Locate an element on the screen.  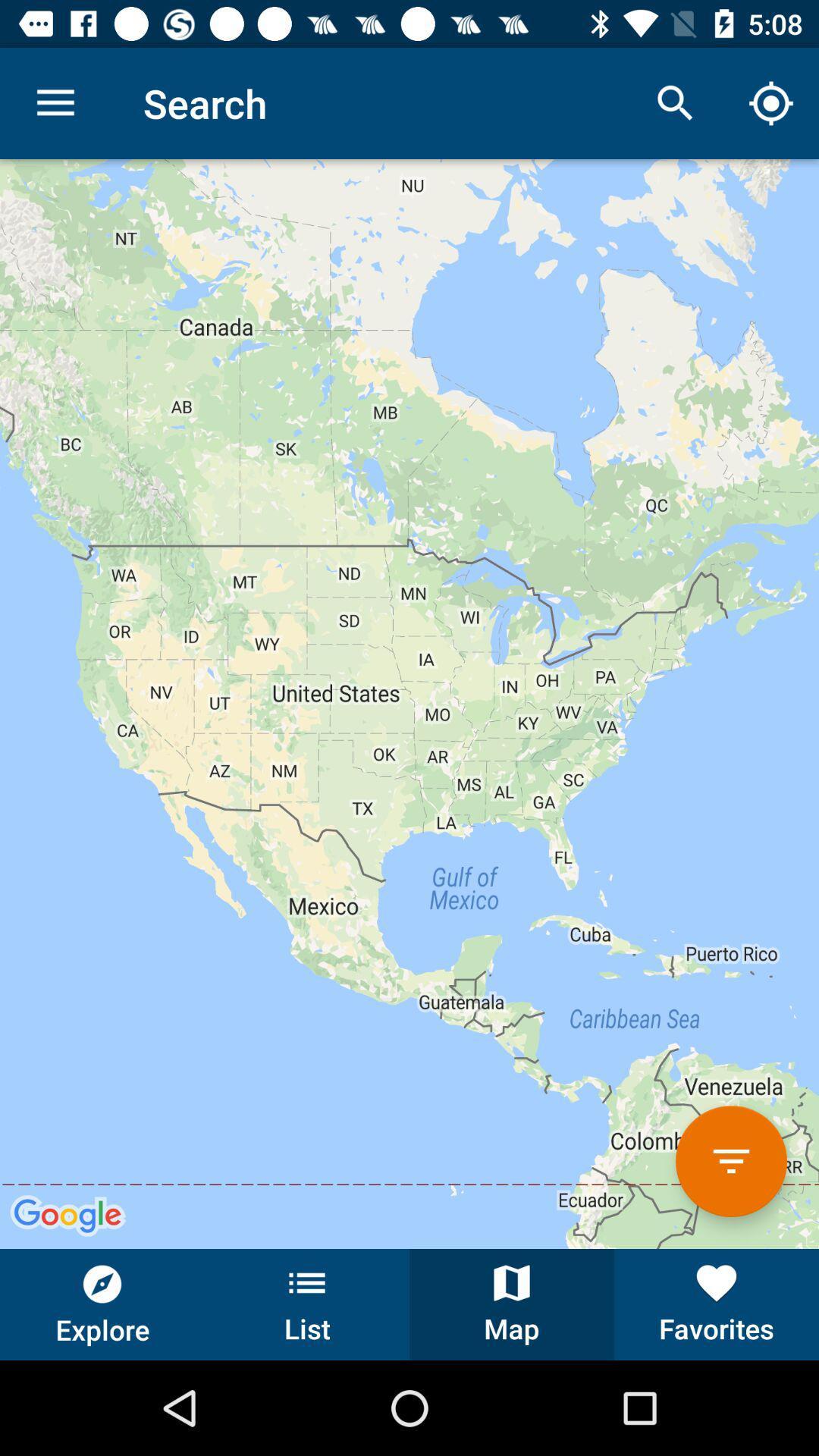
the filter_list icon is located at coordinates (730, 1160).